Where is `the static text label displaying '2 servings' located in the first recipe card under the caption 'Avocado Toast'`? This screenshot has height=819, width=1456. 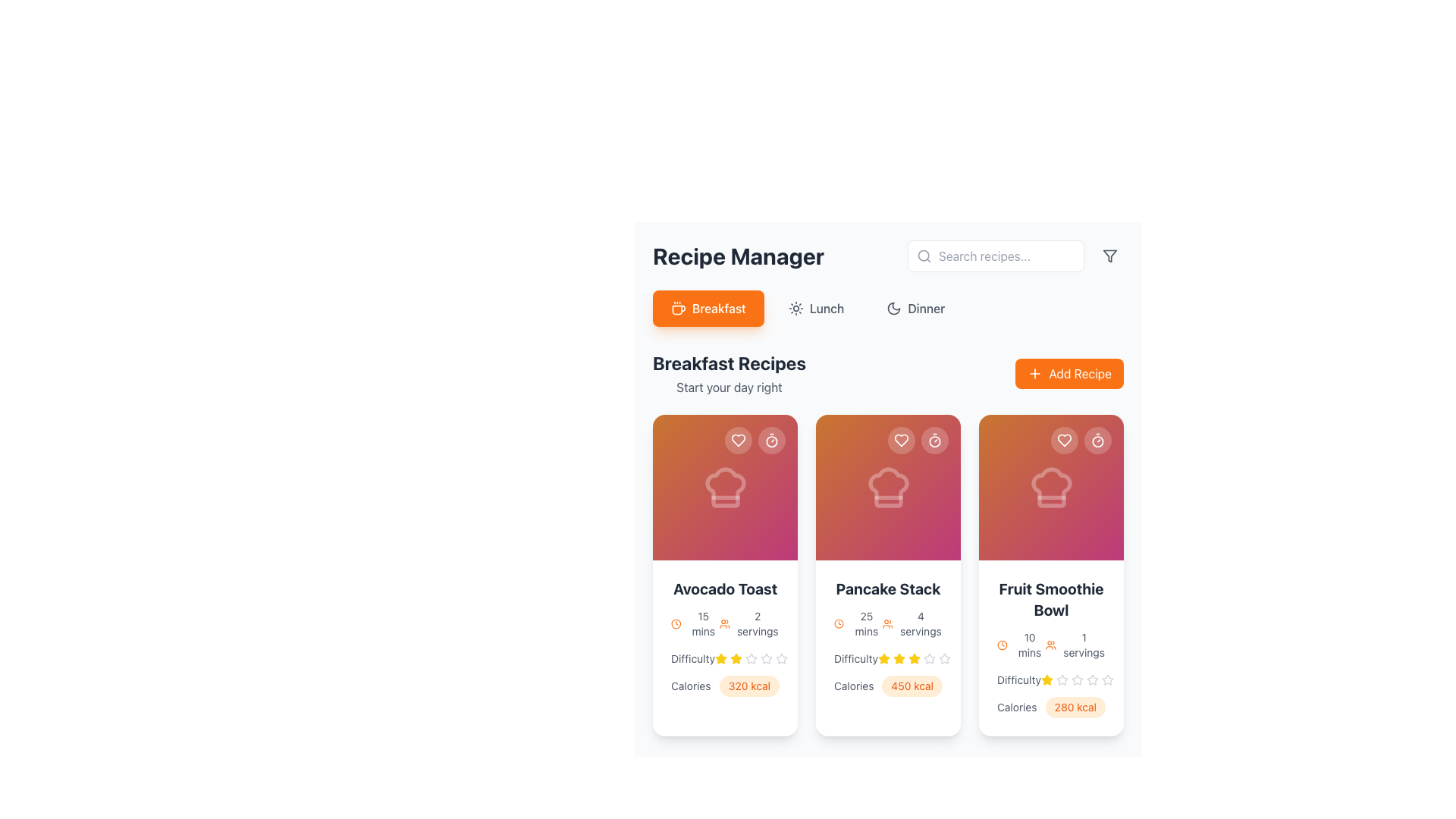
the static text label displaying '2 servings' located in the first recipe card under the caption 'Avocado Toast' is located at coordinates (758, 623).